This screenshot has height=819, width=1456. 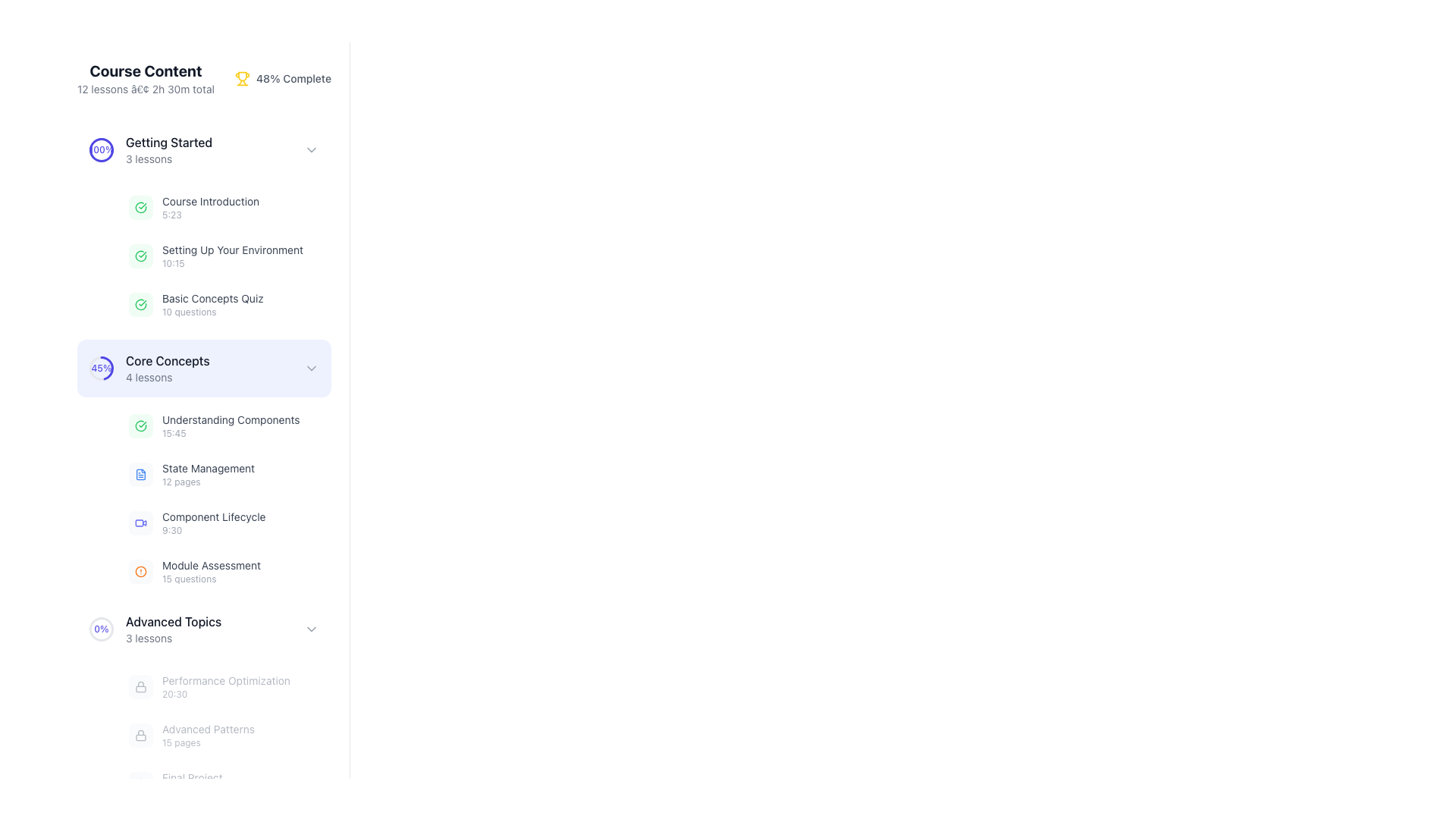 What do you see at coordinates (232, 249) in the screenshot?
I see `the text label for the lesson title in the 'Getting Started' section, which is the second item in the course listing between 'Course Introduction' and 'Basic Concepts Quiz'` at bounding box center [232, 249].